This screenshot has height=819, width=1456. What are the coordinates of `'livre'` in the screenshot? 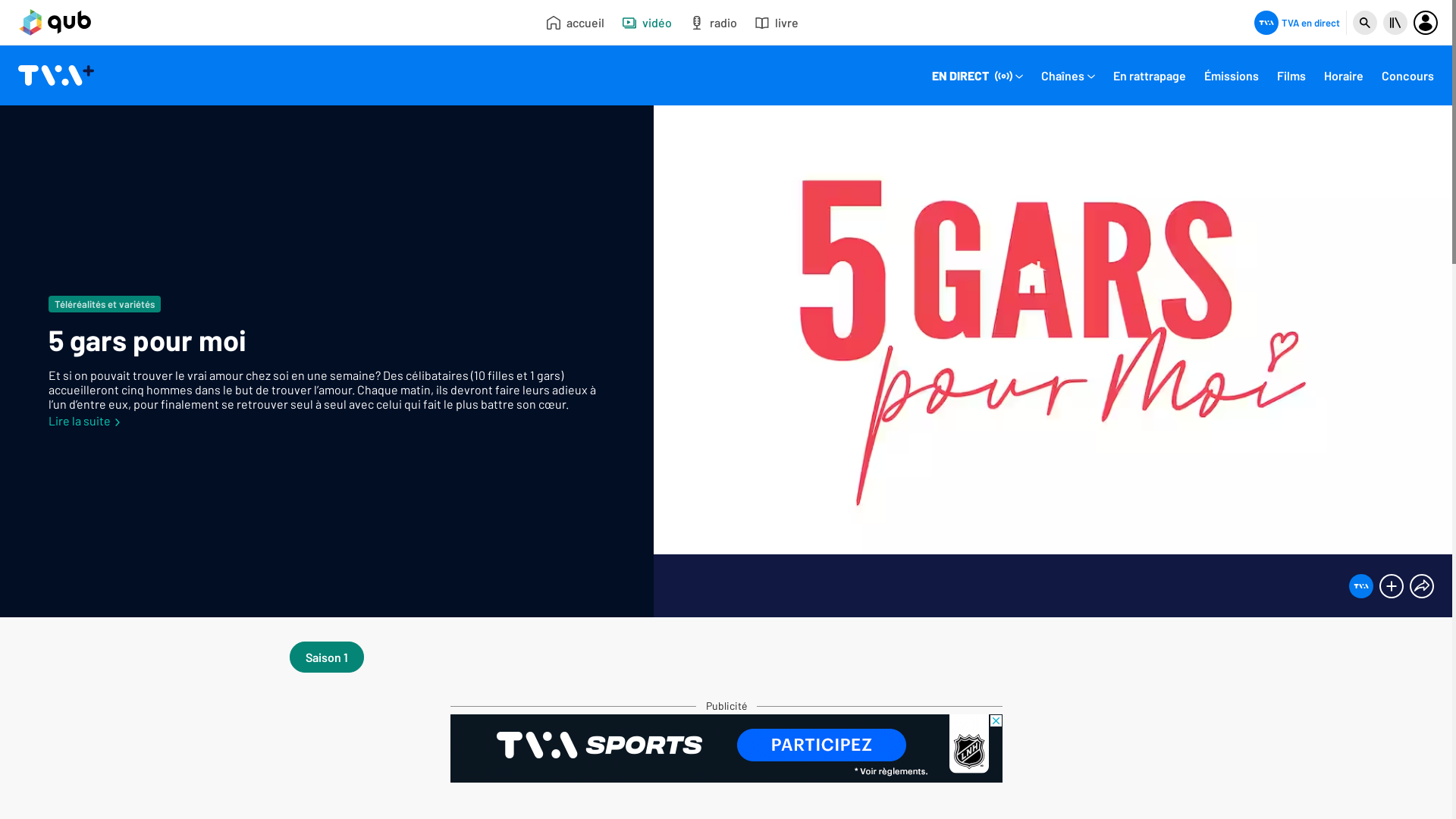 It's located at (777, 22).